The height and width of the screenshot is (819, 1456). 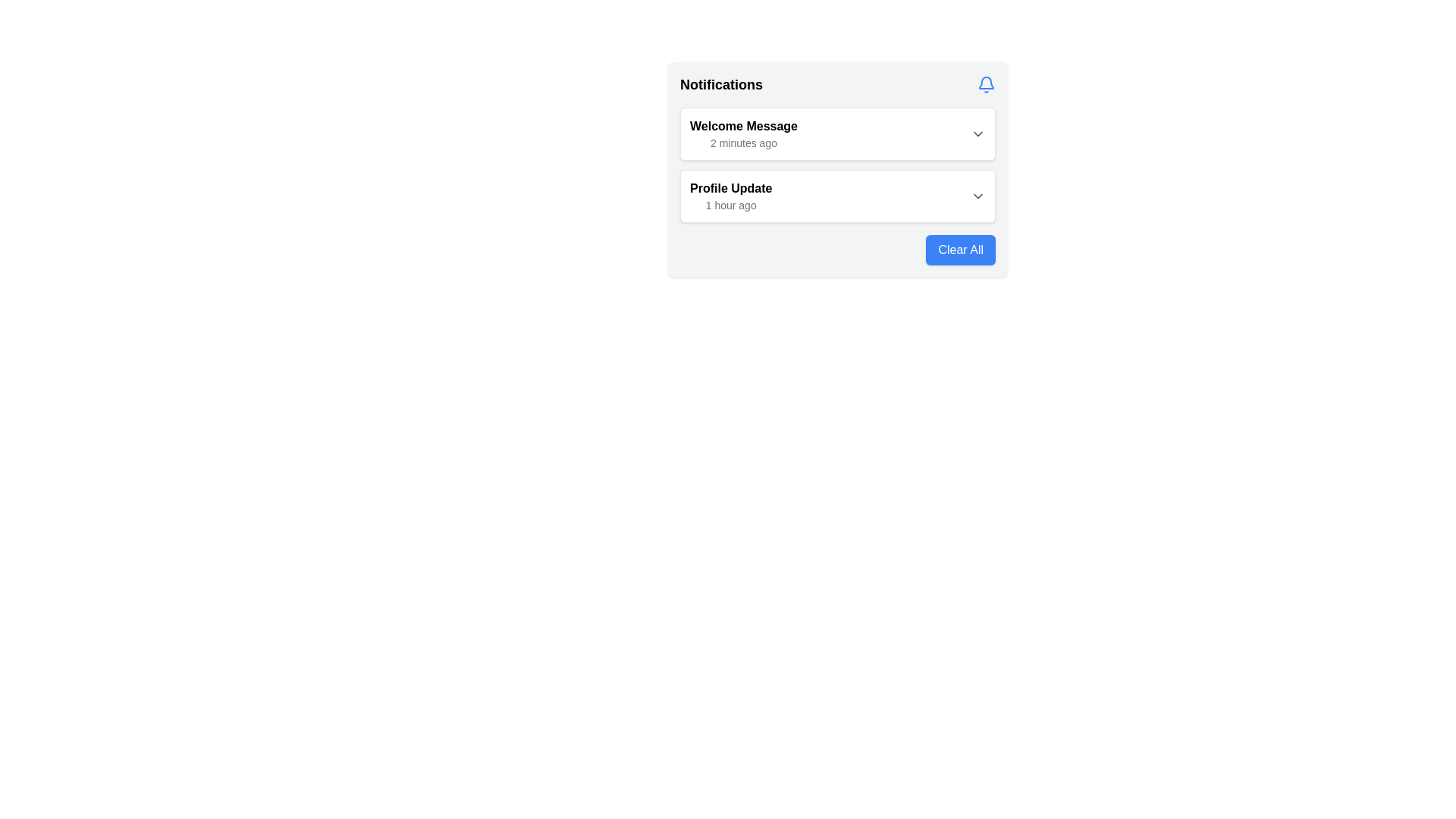 What do you see at coordinates (836, 133) in the screenshot?
I see `the Notification item displaying 'Welcome Message' with a dropdown arrow` at bounding box center [836, 133].